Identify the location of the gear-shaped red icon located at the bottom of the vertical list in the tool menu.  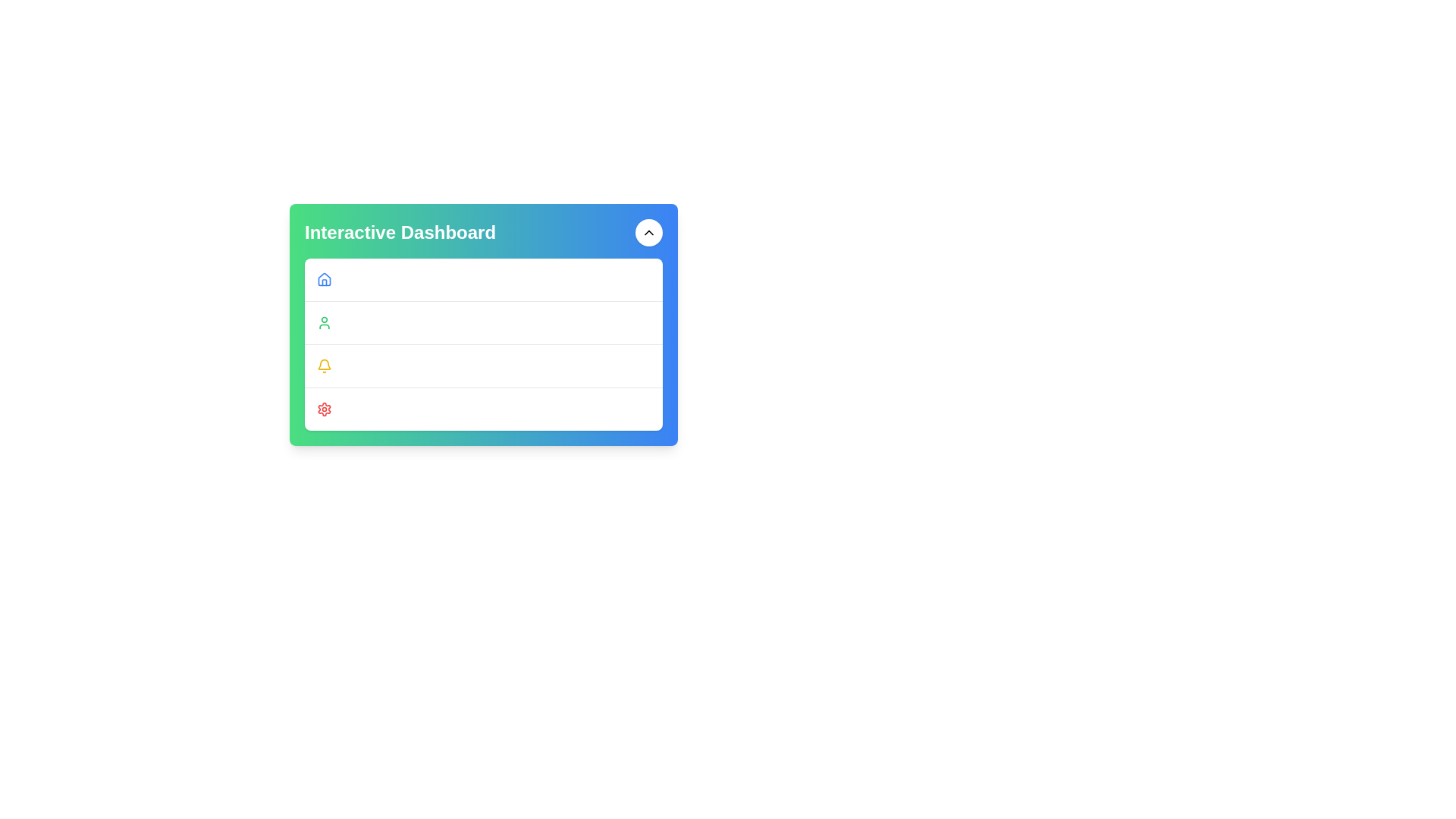
(323, 409).